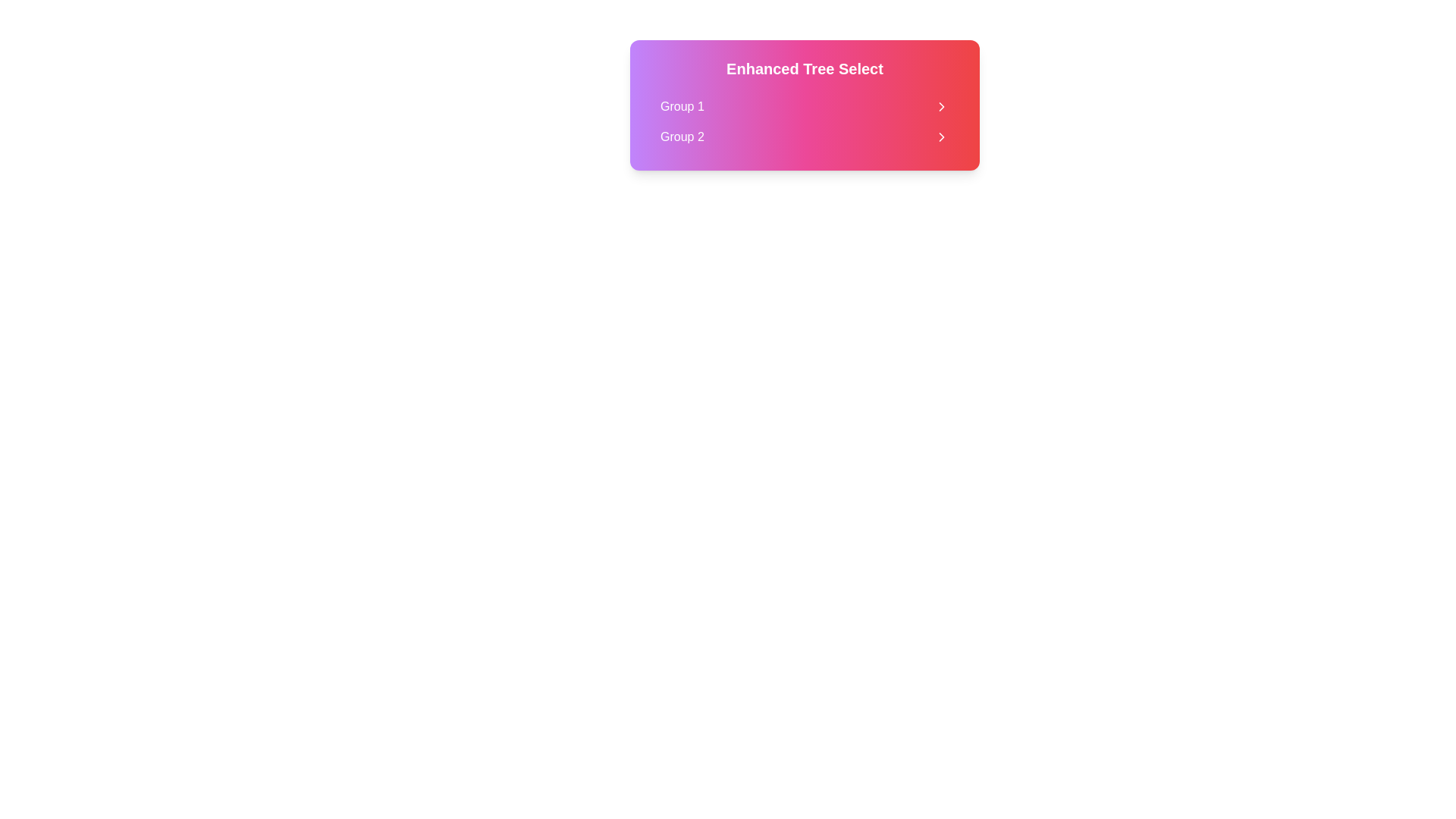  What do you see at coordinates (941, 137) in the screenshot?
I see `the chevron icon, which is a small triangle pointing right and located to the right of the 'Group 2' text in the menu box` at bounding box center [941, 137].